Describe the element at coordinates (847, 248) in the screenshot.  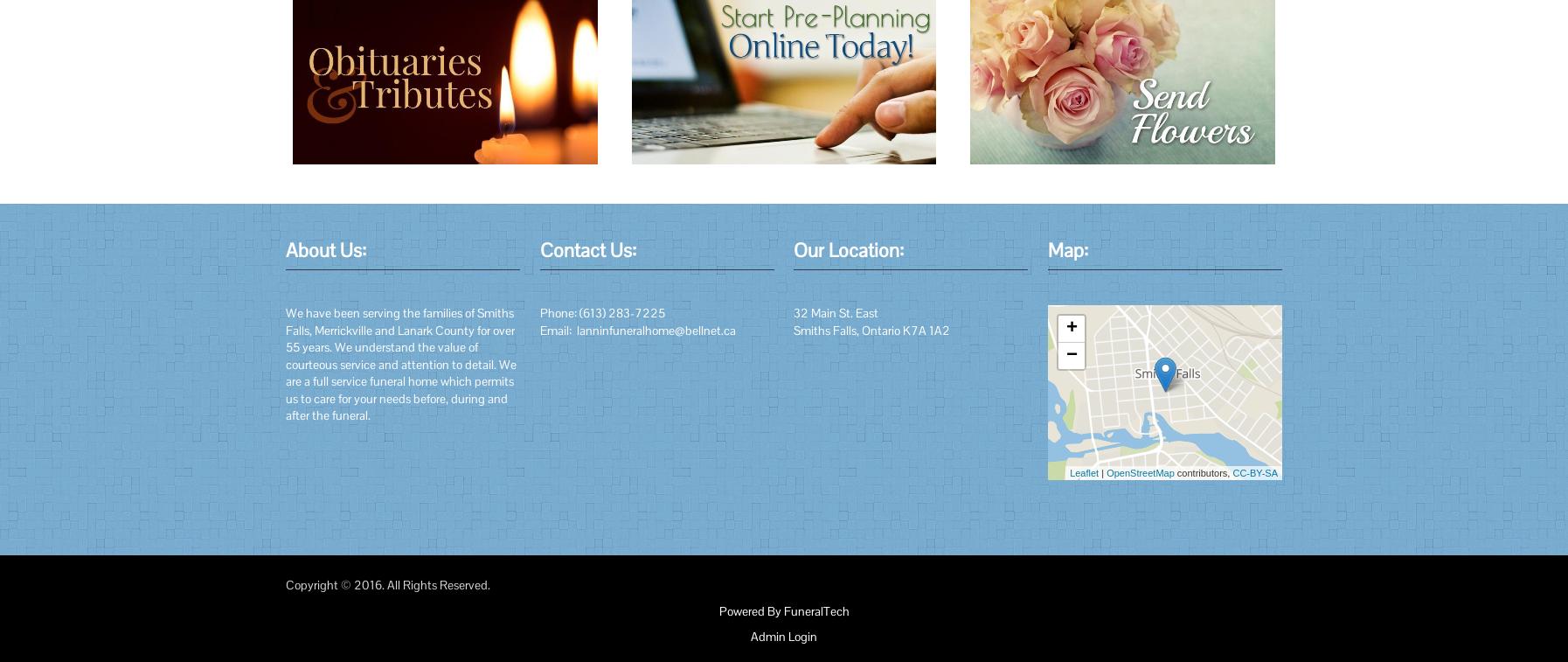
I see `'Our Location:'` at that location.